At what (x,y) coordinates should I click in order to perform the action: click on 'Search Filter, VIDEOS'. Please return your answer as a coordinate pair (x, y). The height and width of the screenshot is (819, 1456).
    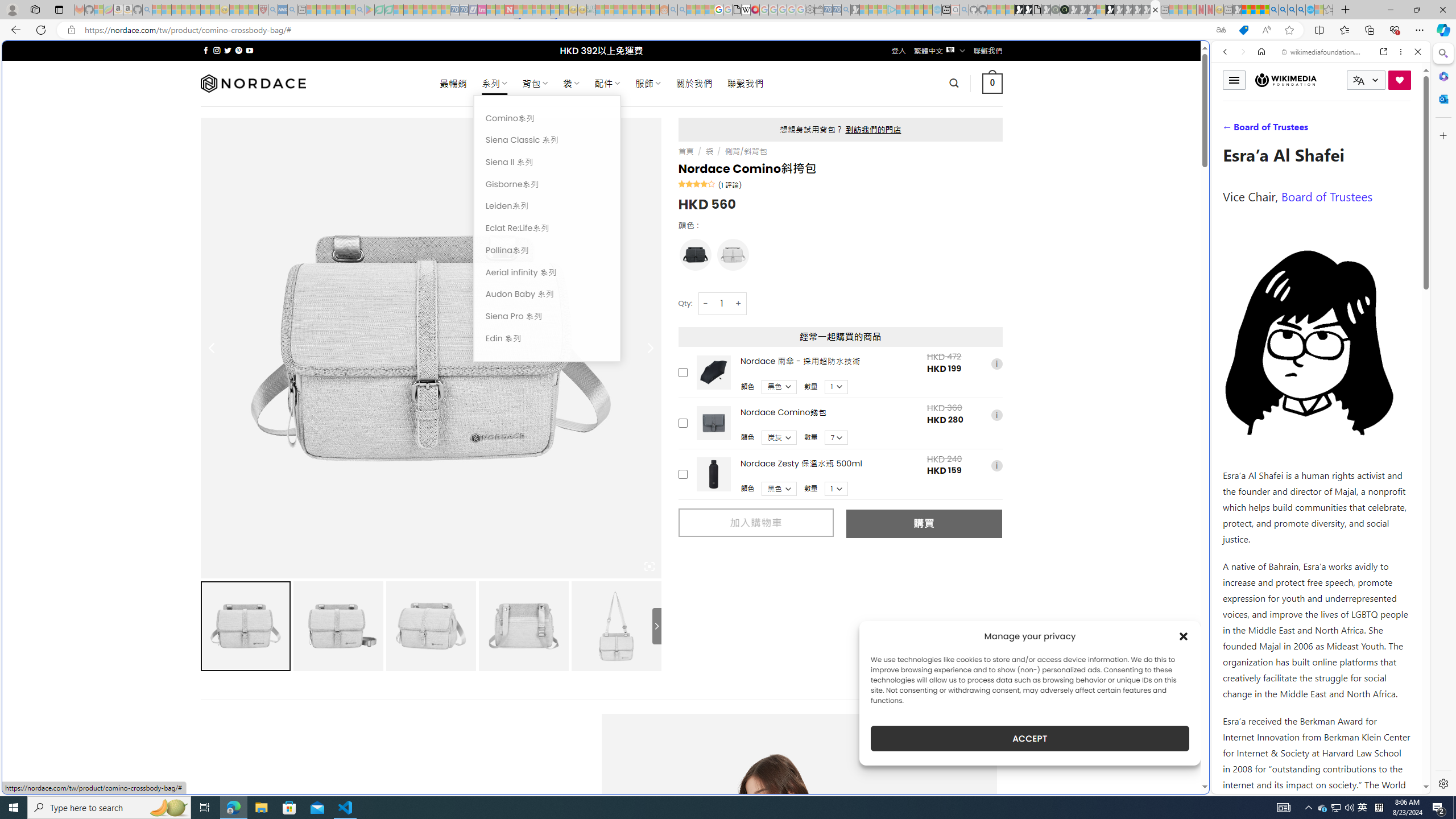
    Looking at the image, I should click on (1300, 129).